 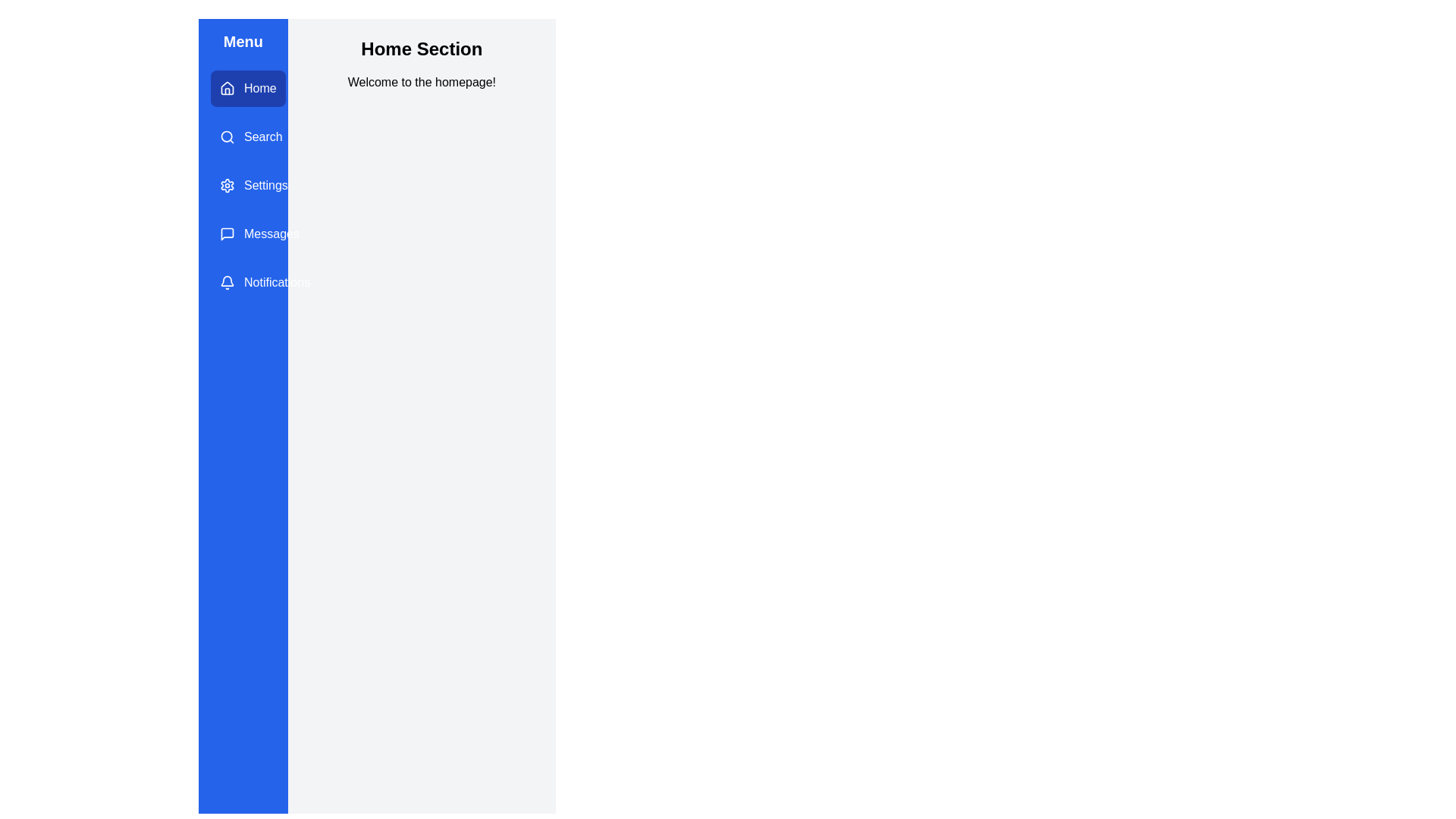 I want to click on the highlighted 'Search' menu item in the blue sidebar navigation, which is the second item in the vertical list of menu options, so click(x=243, y=137).